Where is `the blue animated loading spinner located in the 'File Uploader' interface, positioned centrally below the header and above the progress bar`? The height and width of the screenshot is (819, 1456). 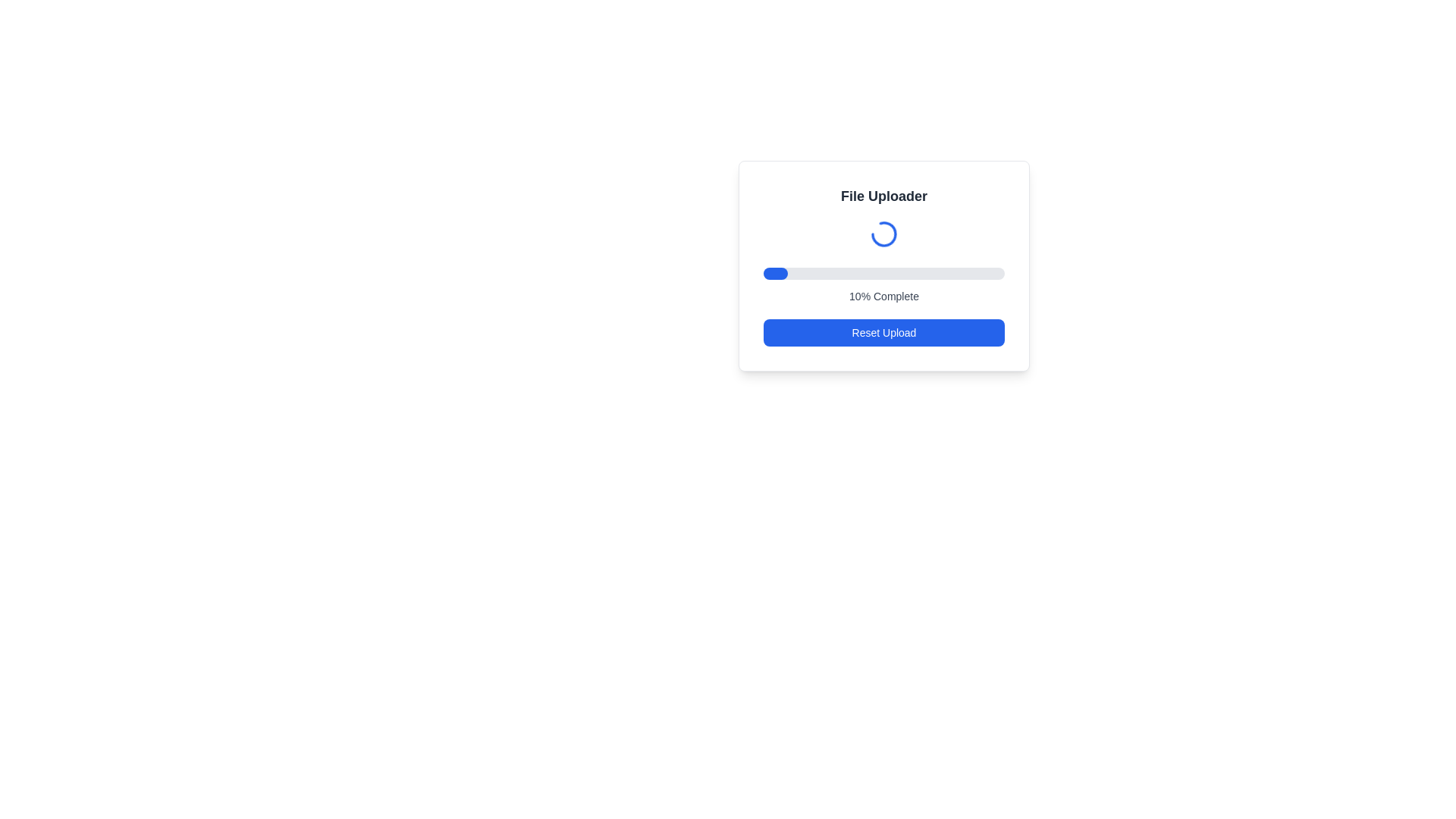
the blue animated loading spinner located in the 'File Uploader' interface, positioned centrally below the header and above the progress bar is located at coordinates (884, 234).